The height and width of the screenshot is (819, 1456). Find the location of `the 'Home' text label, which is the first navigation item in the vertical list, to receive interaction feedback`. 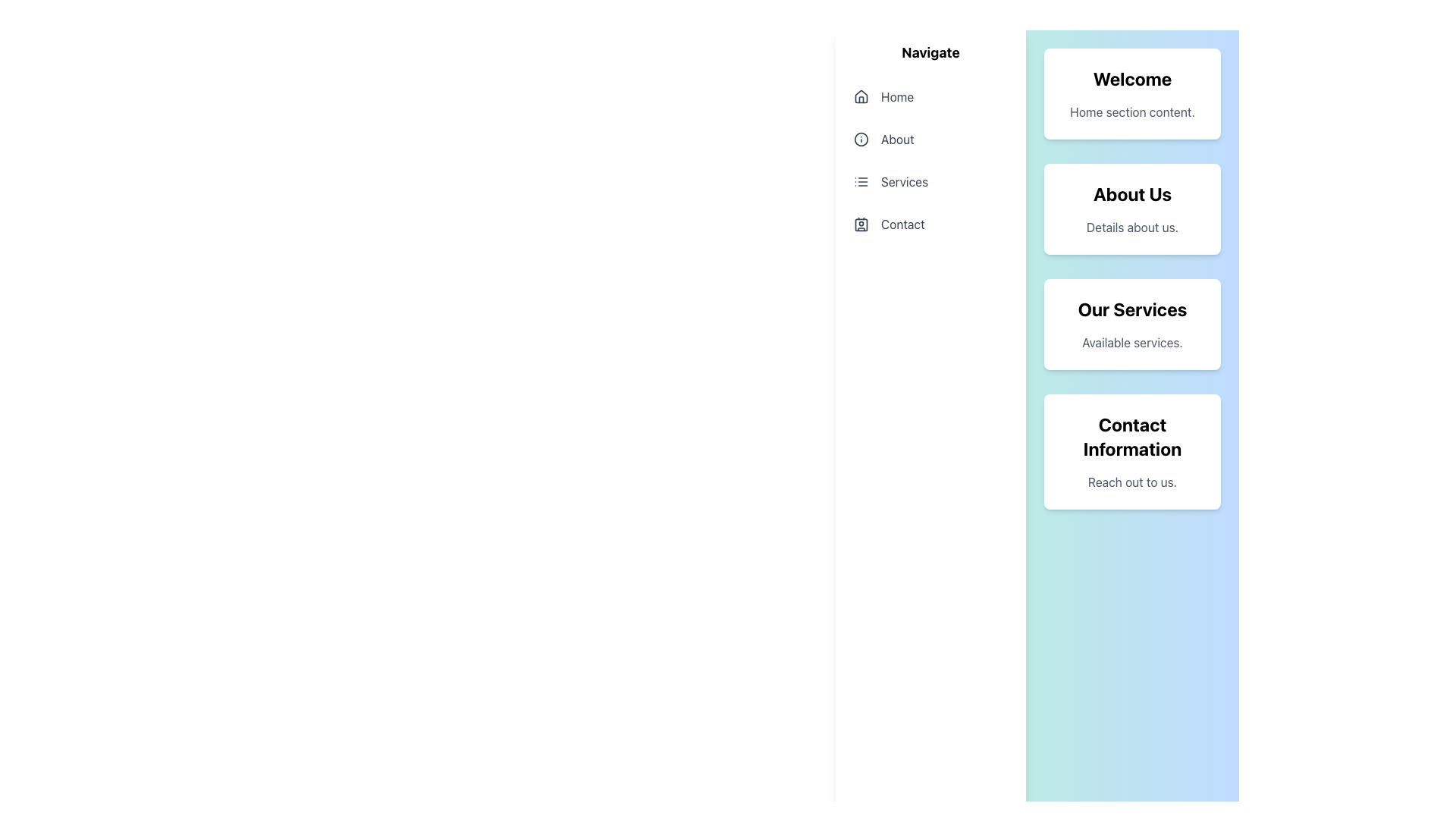

the 'Home' text label, which is the first navigation item in the vertical list, to receive interaction feedback is located at coordinates (897, 96).